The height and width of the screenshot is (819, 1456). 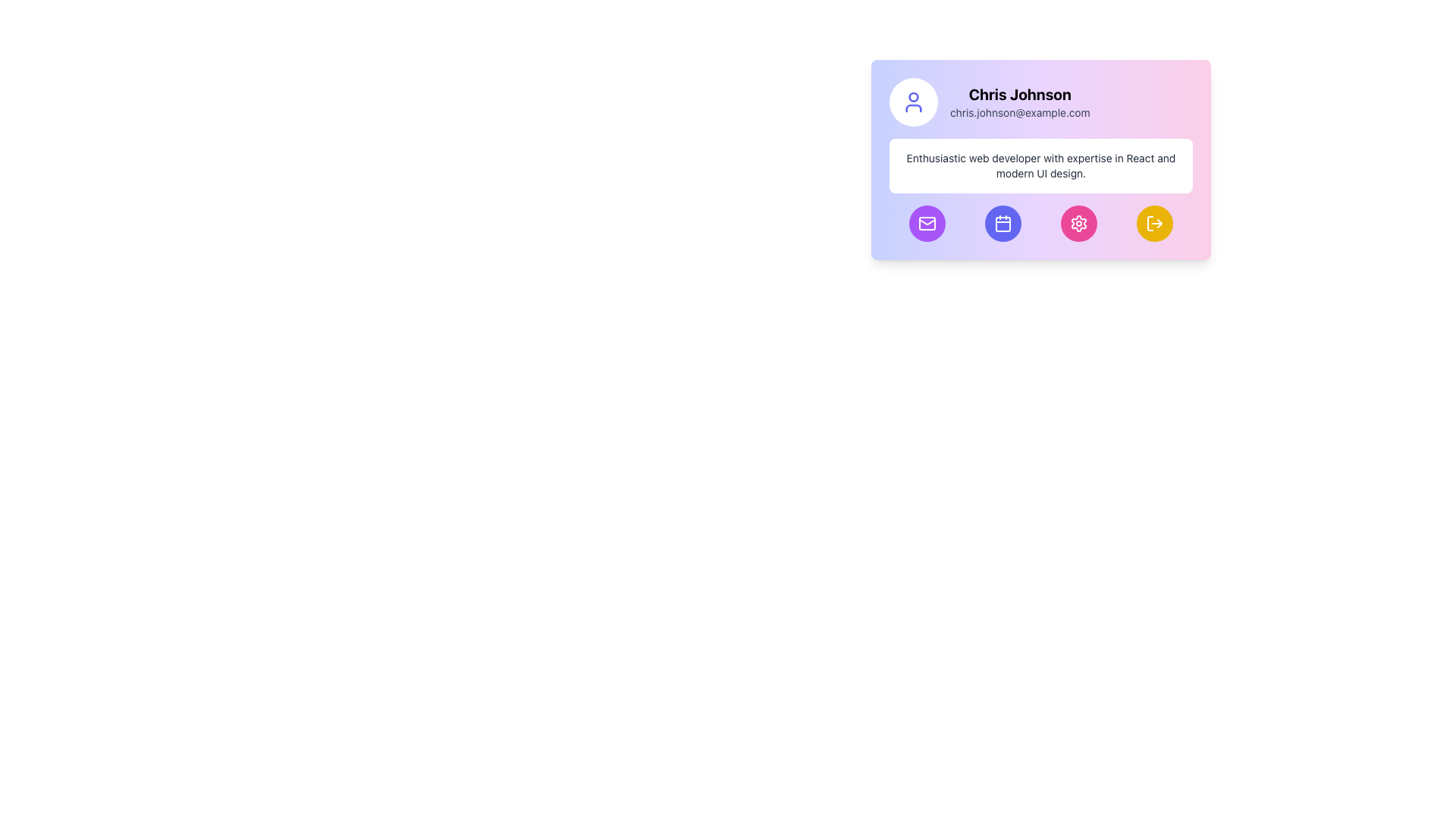 What do you see at coordinates (1040, 166) in the screenshot?
I see `text description from the text component that displays 'Enthusiastic web developer with expertise in React and modern UI design.' located in the lower-middle section beneath the header` at bounding box center [1040, 166].